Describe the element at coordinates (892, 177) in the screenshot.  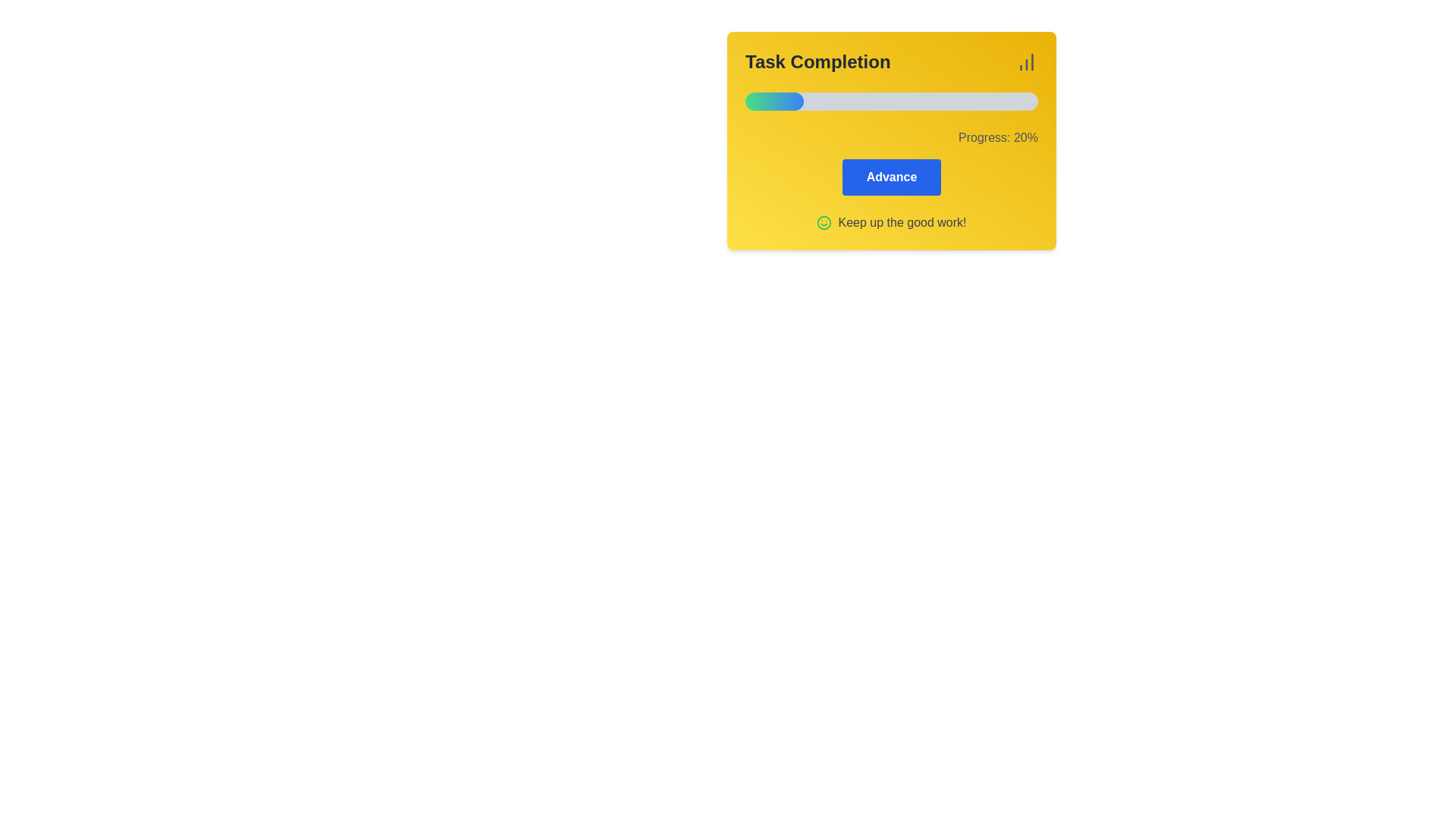
I see `the button located beneath the progress bar displaying 'Progress: 20%'` at that location.